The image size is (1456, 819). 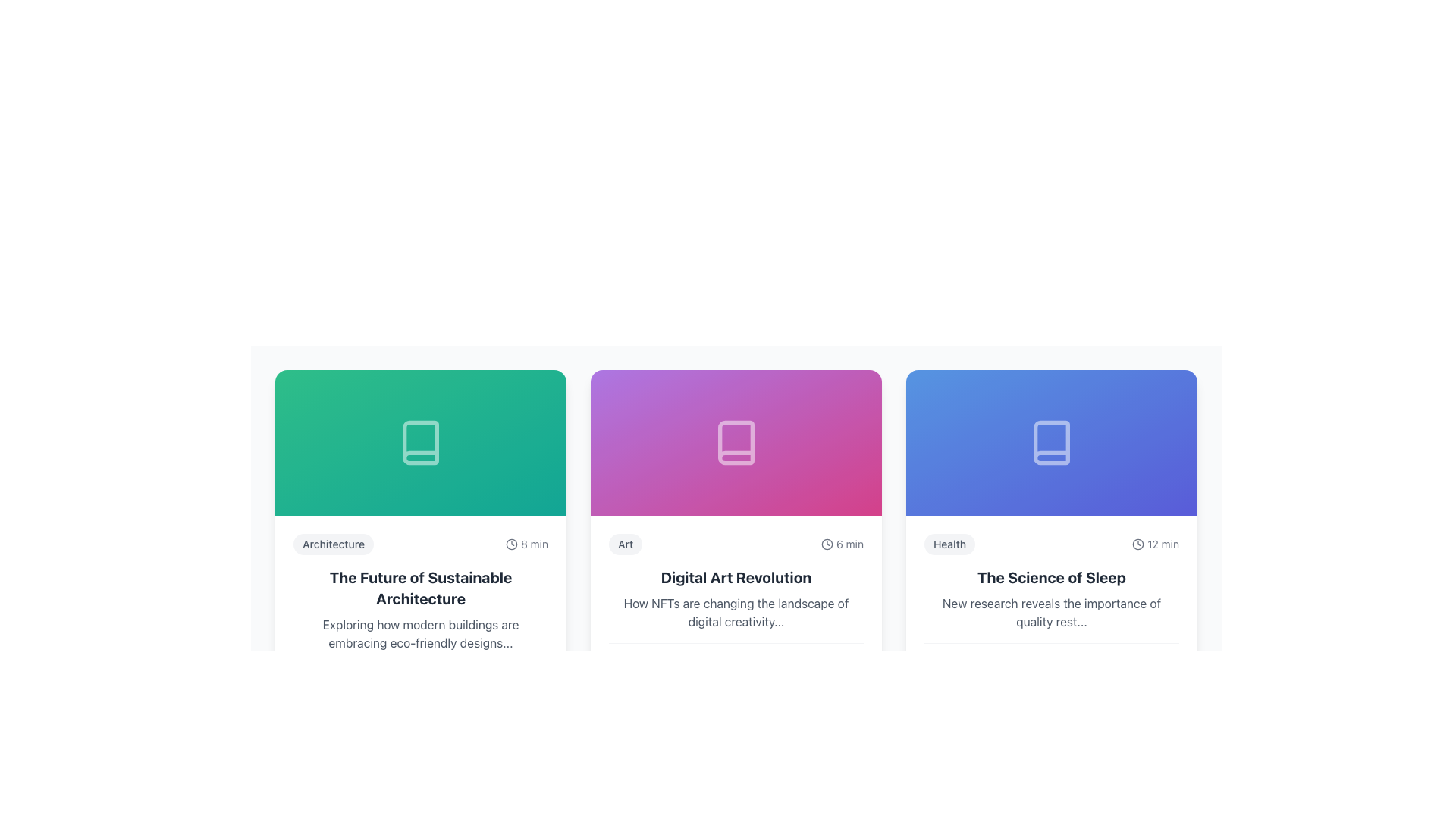 I want to click on the decorative icon located centrally within the first card of a horizontally aligned row, slightly above the text elements in the top half of the card's green section, so click(x=421, y=442).